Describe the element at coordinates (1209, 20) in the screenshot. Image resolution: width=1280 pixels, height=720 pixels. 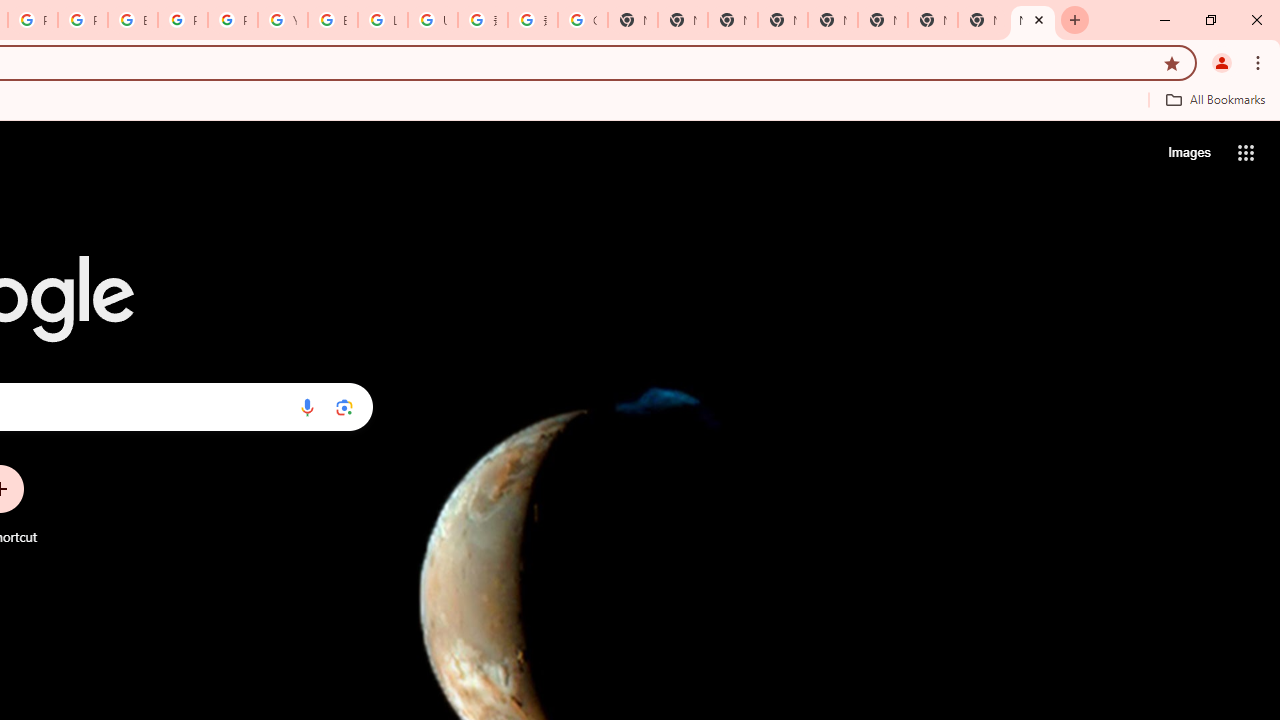
I see `'Restore'` at that location.